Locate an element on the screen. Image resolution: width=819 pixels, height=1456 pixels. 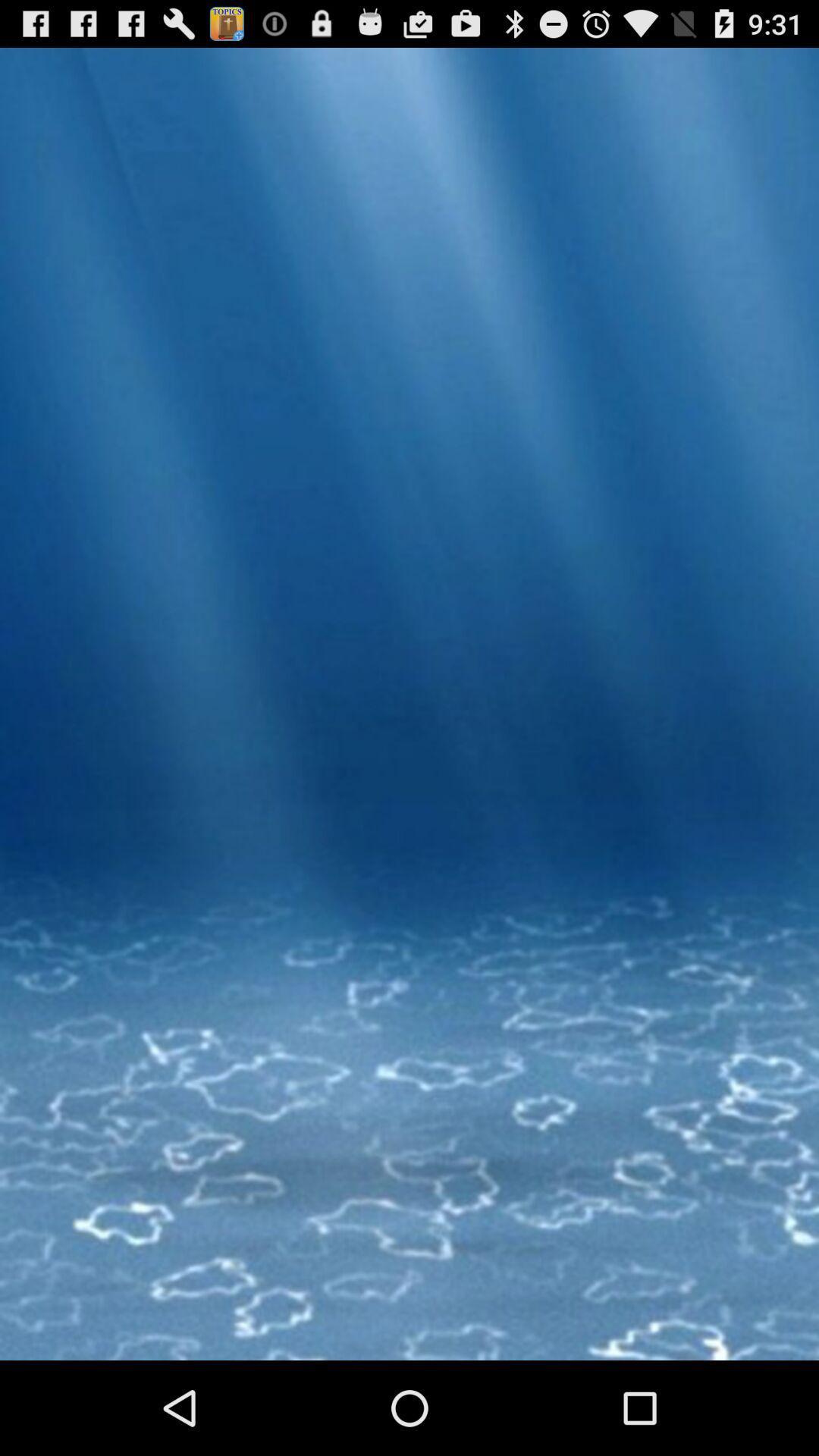
wallpaper window is located at coordinates (409, 764).